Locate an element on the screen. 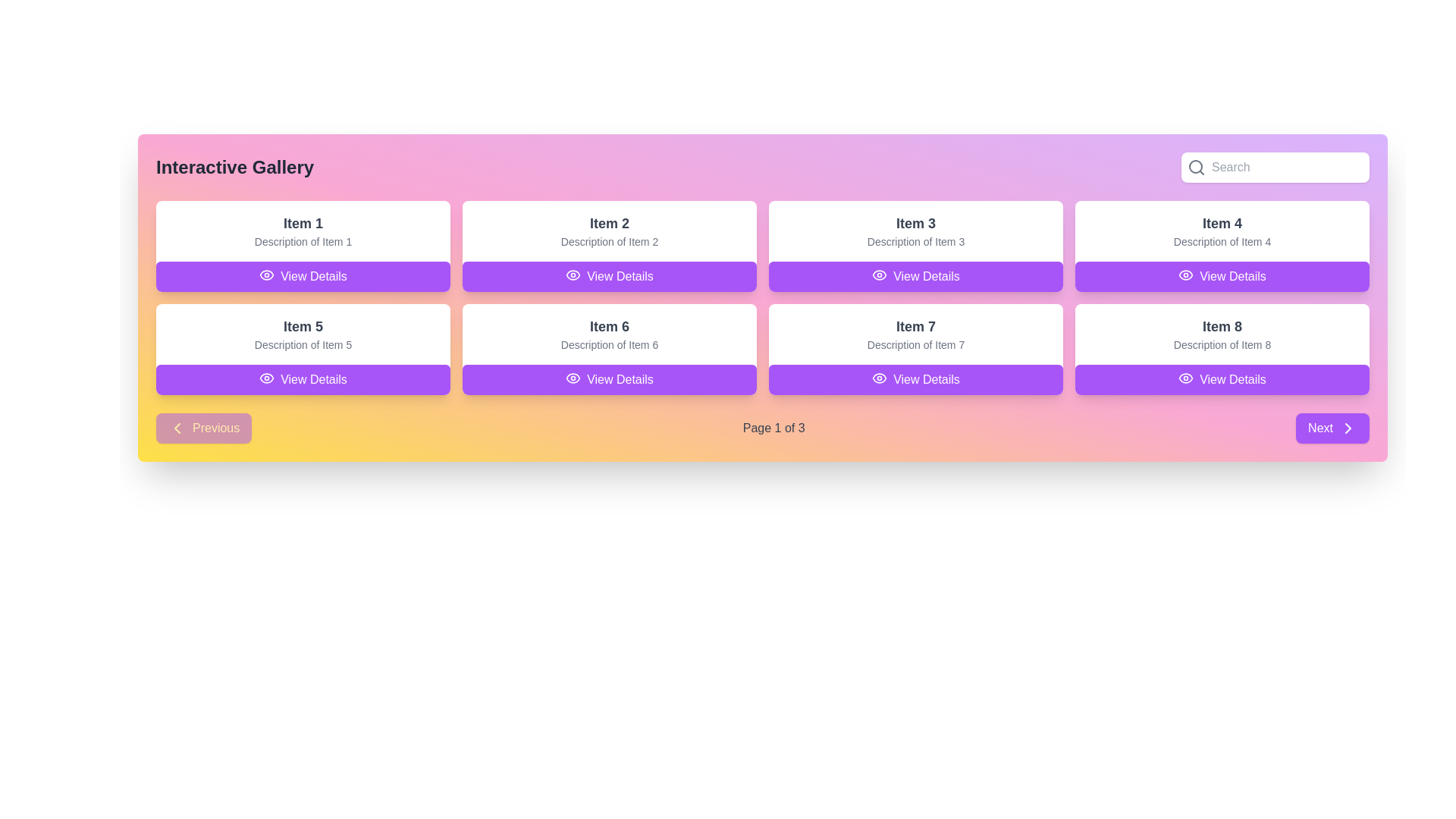 This screenshot has width=1456, height=819. title and description of the Informational card displaying details about 'Item 6', located in the second row and second column of the grid layout is located at coordinates (610, 350).